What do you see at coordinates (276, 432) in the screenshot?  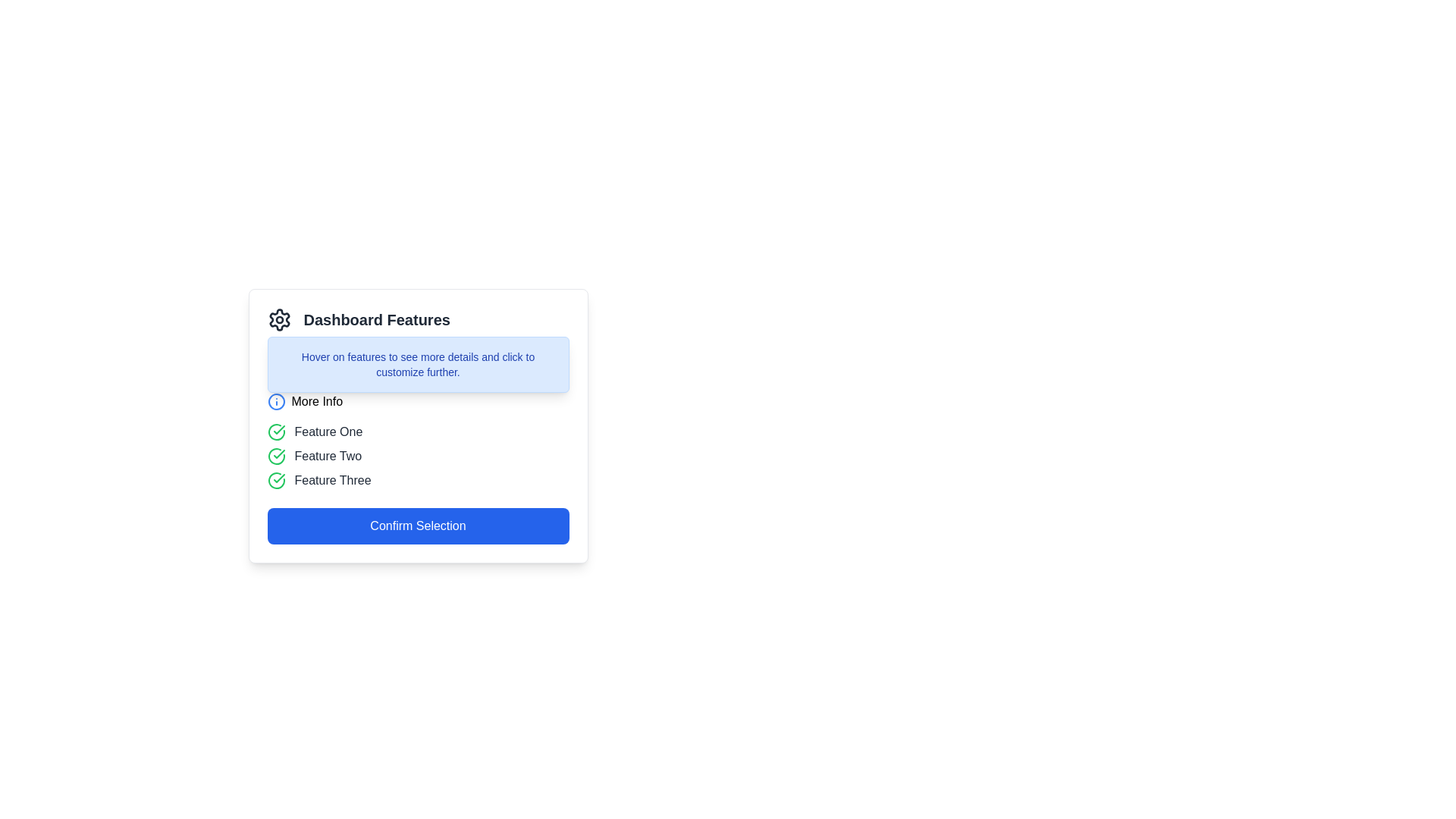 I see `the green circle icon with a checkmark located to the left of the text 'Feature Two' in the vertical list of features` at bounding box center [276, 432].